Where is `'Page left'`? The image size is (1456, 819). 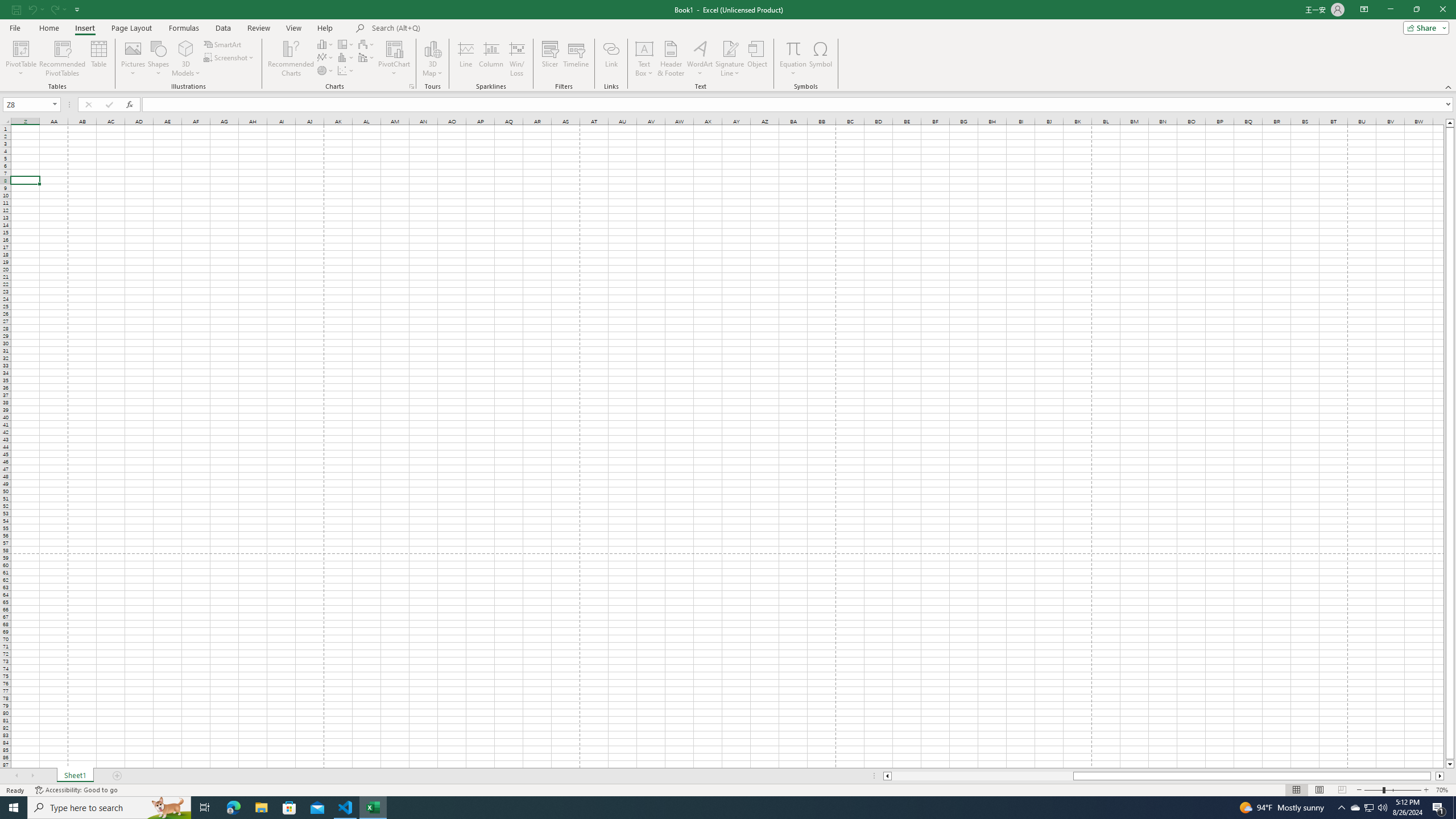 'Page left' is located at coordinates (981, 775).